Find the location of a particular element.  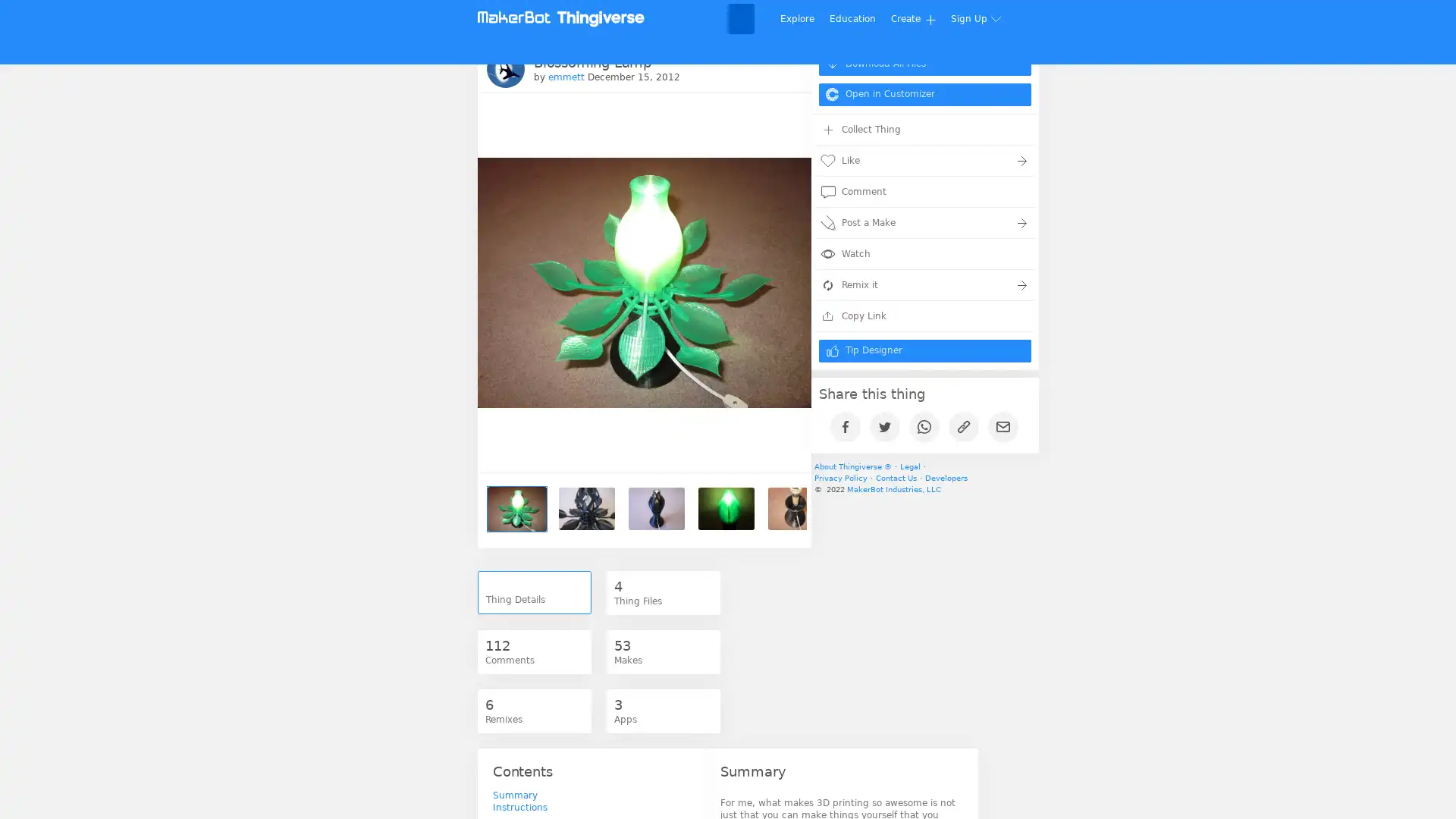

slide item 4 is located at coordinates (726, 508).